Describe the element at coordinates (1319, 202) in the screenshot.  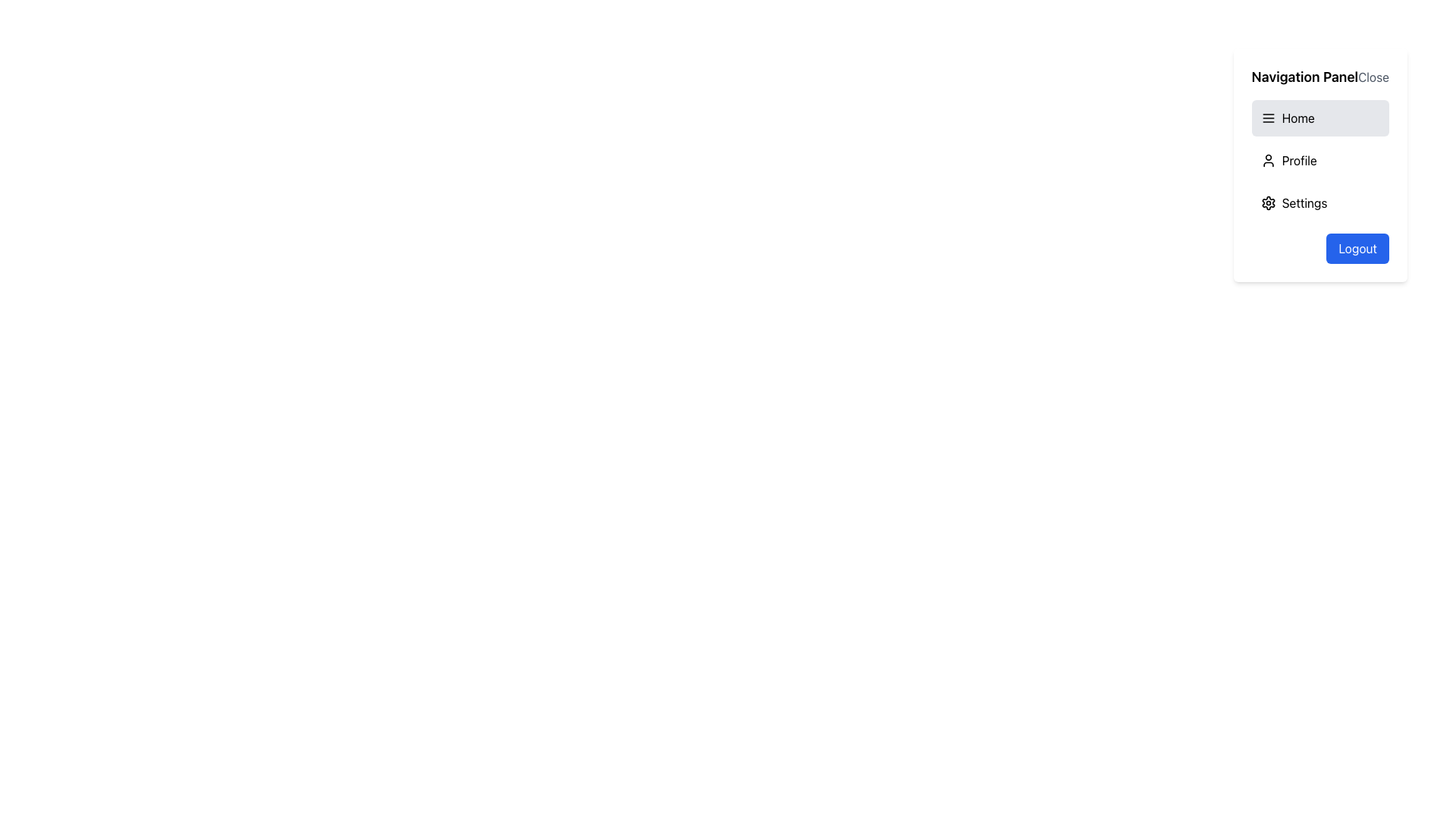
I see `the 'Settings' text element with a settings icon` at that location.